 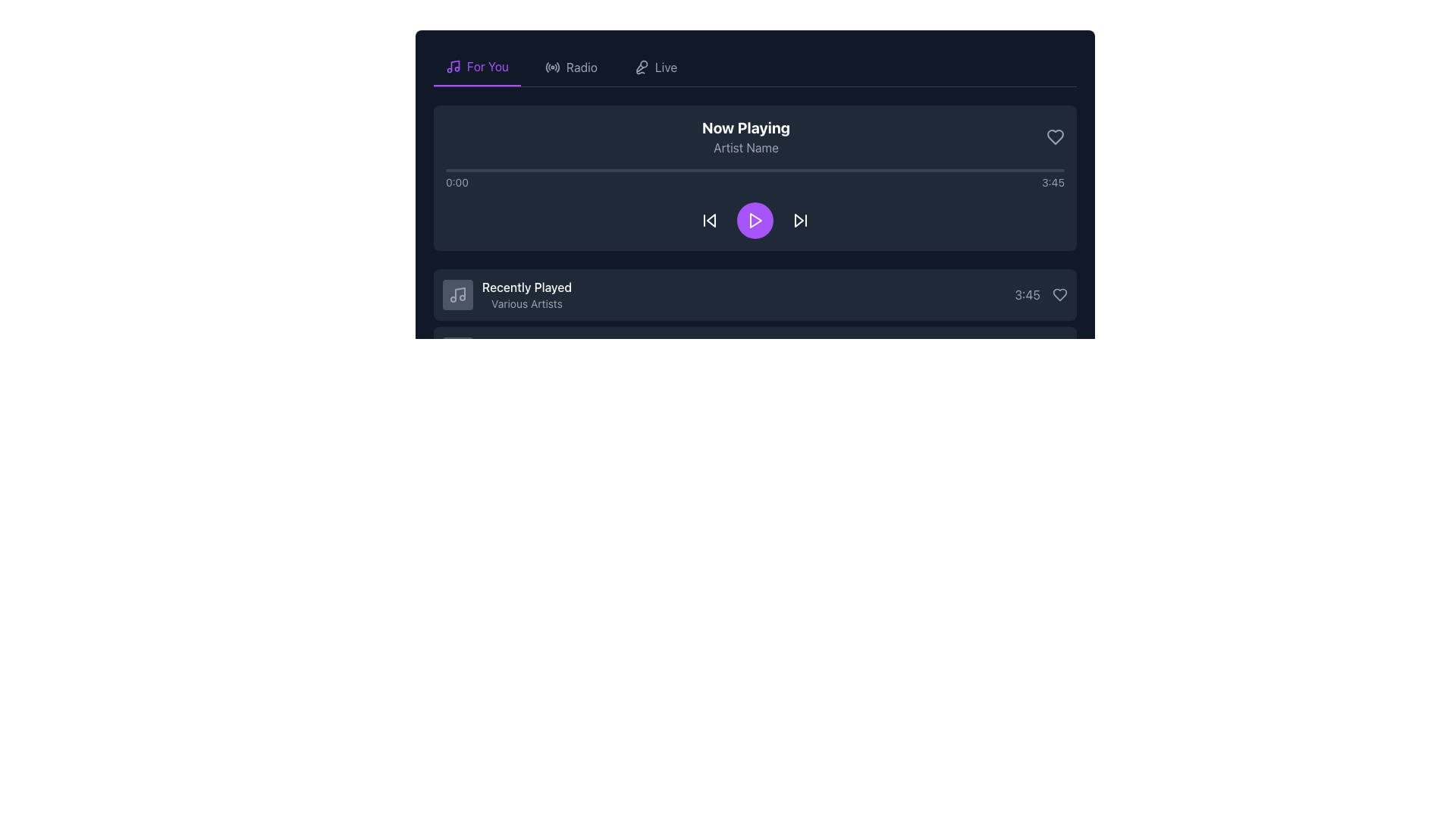 What do you see at coordinates (457, 295) in the screenshot?
I see `the audio function icon located in the bottom-left section of the 'Recently Played' card` at bounding box center [457, 295].